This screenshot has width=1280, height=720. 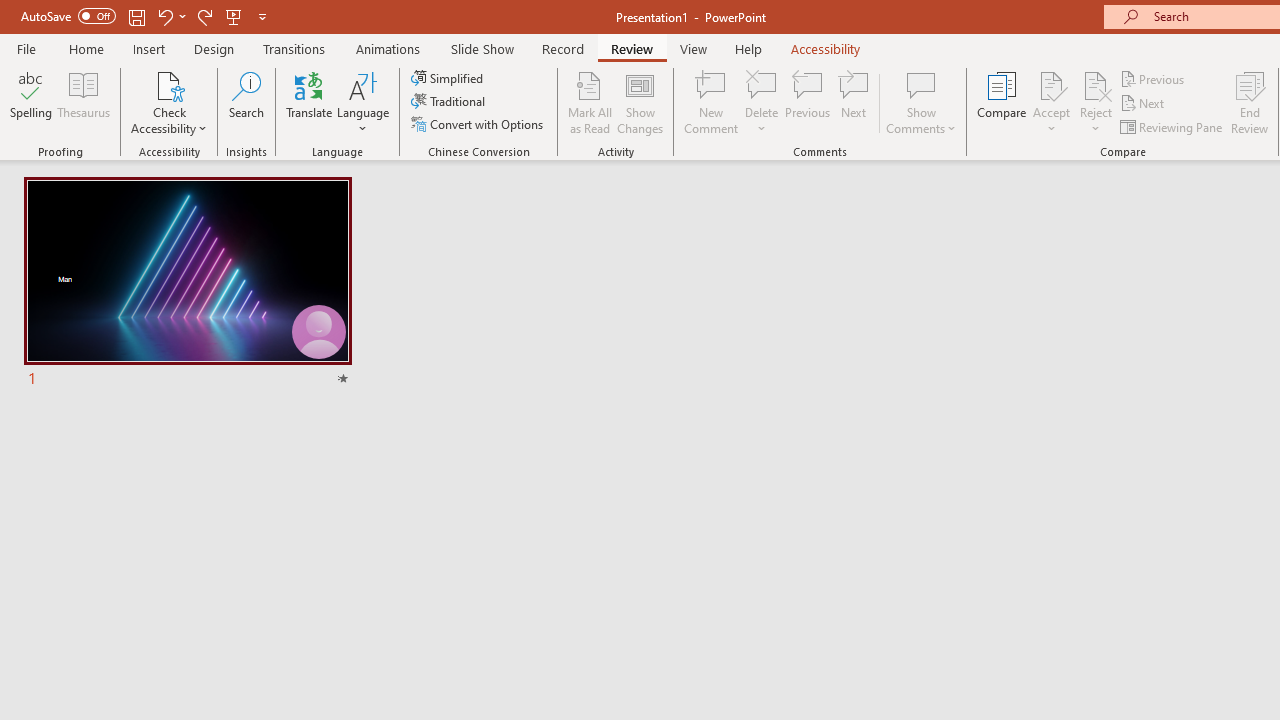 I want to click on 'Previous', so click(x=1153, y=78).